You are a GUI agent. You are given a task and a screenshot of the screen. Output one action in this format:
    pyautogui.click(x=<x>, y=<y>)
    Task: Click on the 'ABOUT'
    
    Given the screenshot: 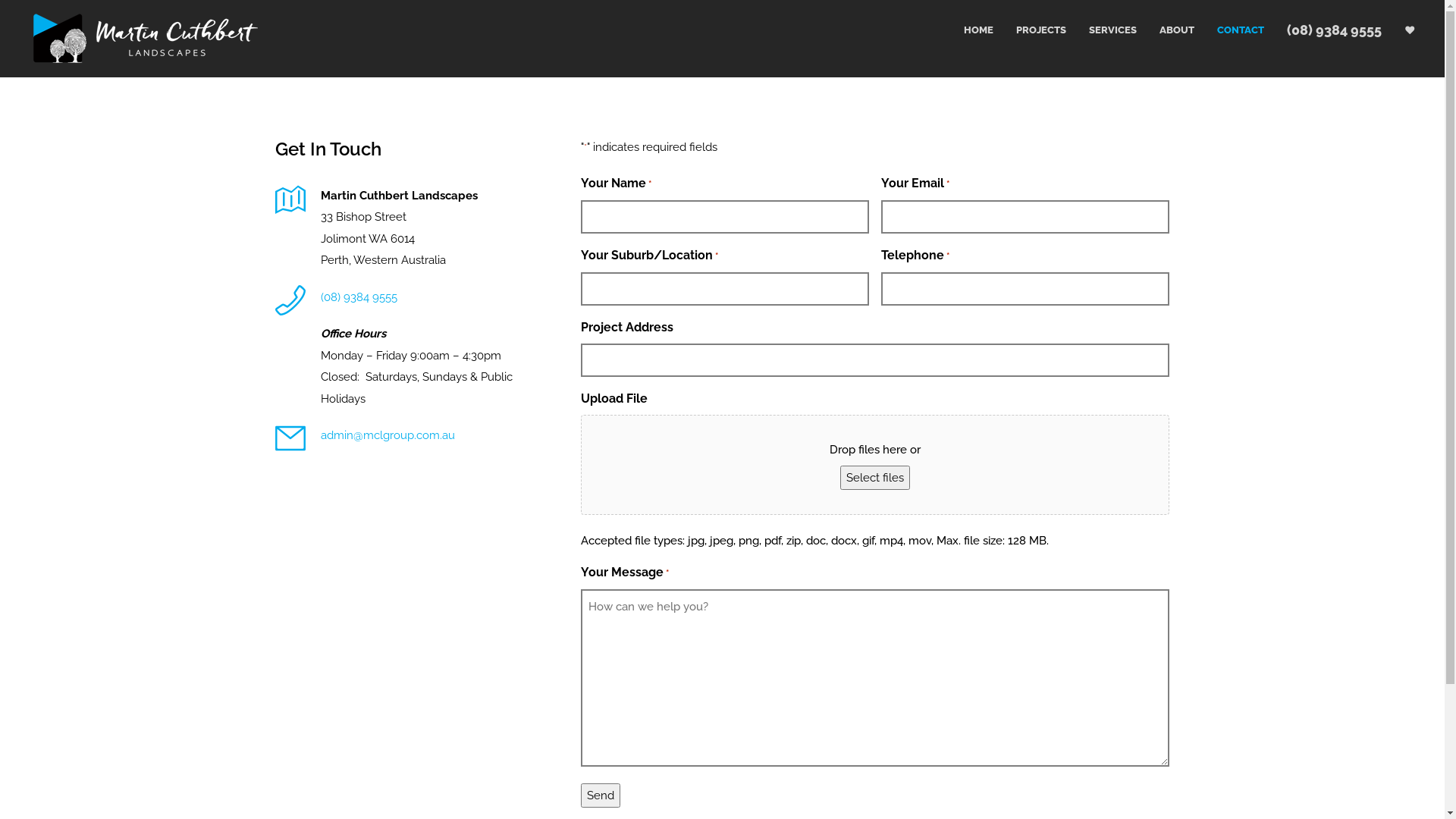 What is the action you would take?
    pyautogui.click(x=1164, y=30)
    